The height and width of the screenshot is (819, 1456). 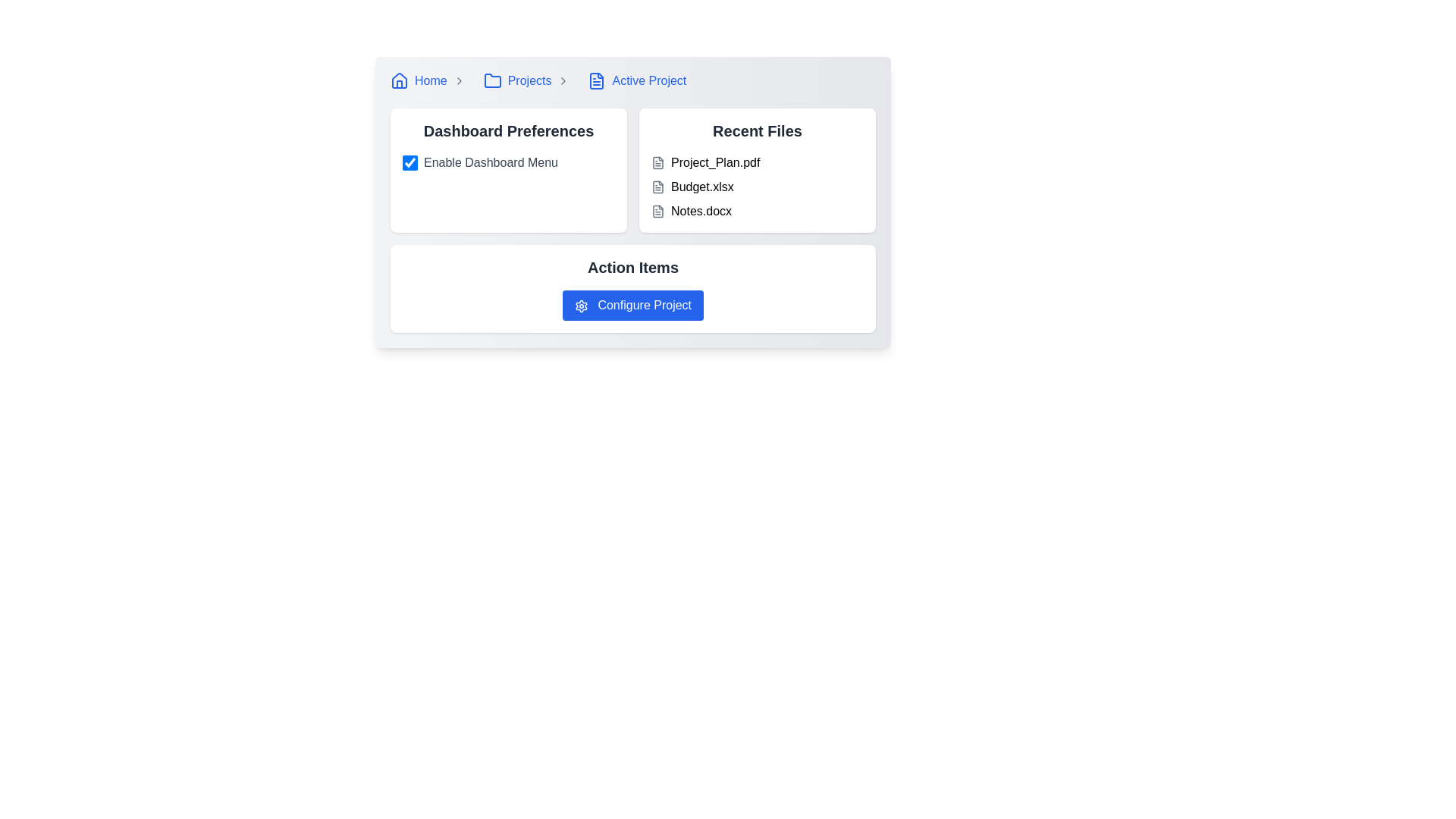 I want to click on the 'Home' icon located at the far-left end of the breadcrumb navigation bar for accessibility purposes, so click(x=400, y=81).